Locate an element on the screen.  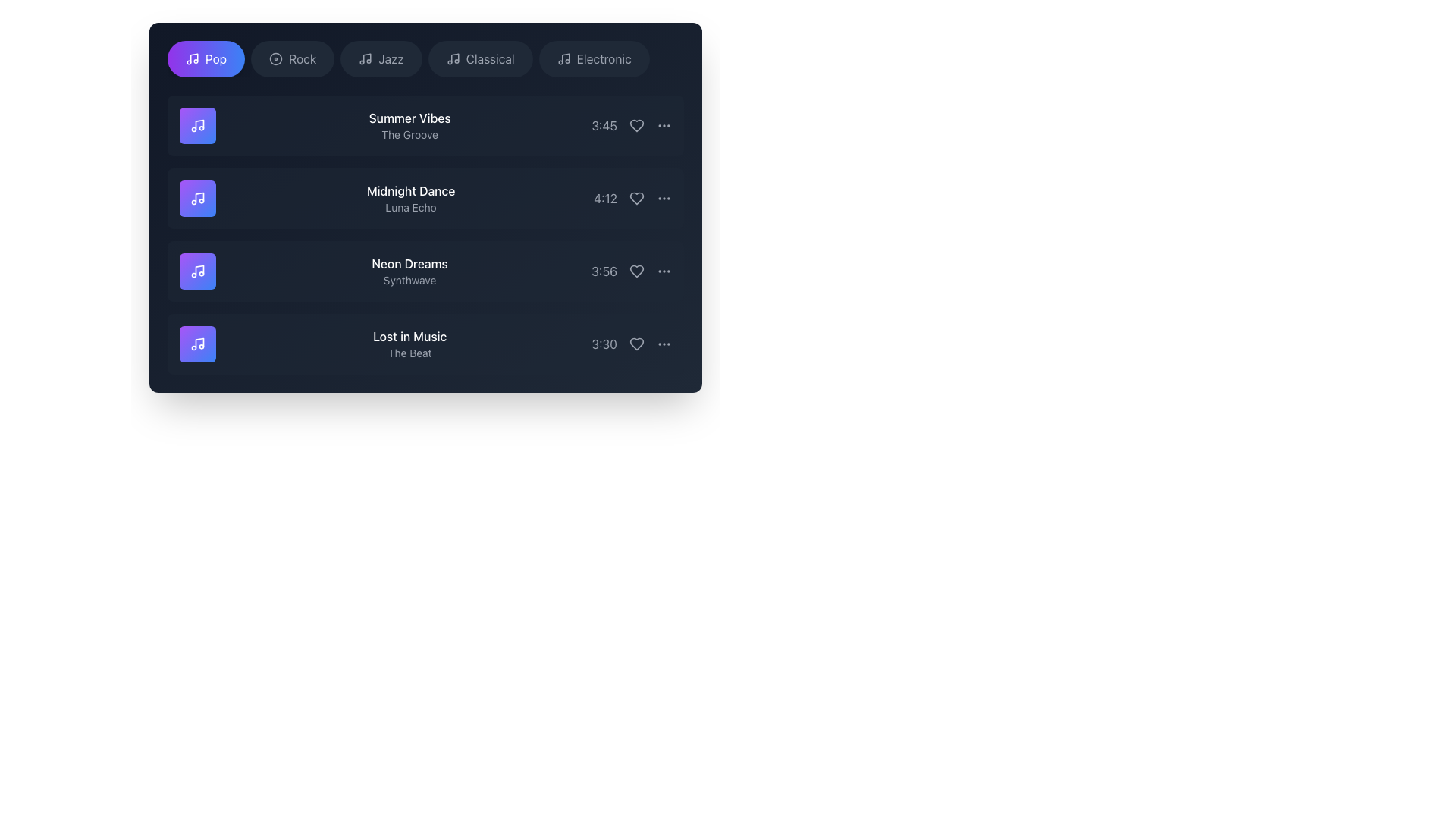
the Interactive icon, which serves as a 'favorite' or 'like' button is located at coordinates (637, 271).